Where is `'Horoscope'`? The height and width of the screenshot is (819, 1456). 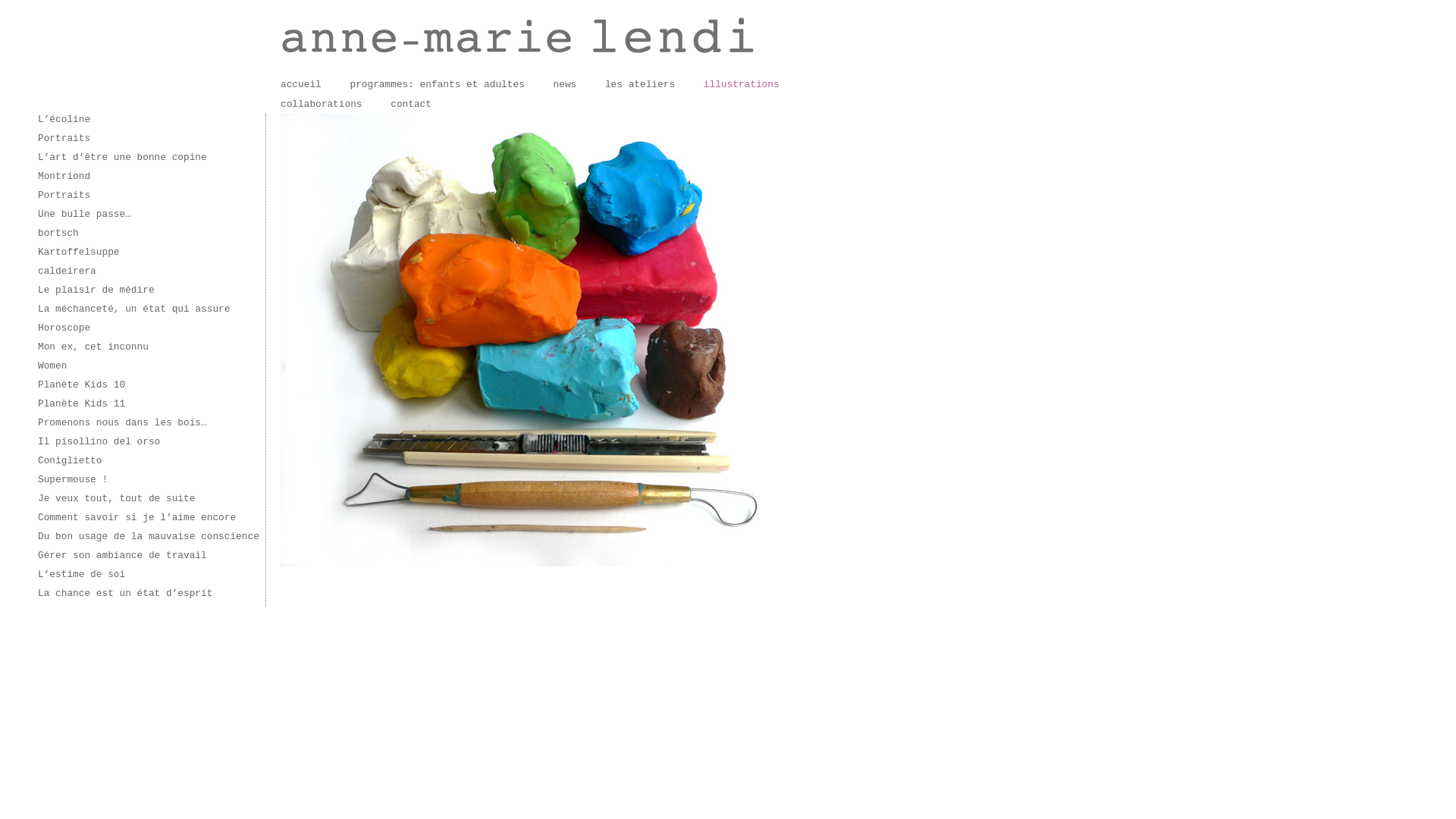
'Horoscope' is located at coordinates (63, 327).